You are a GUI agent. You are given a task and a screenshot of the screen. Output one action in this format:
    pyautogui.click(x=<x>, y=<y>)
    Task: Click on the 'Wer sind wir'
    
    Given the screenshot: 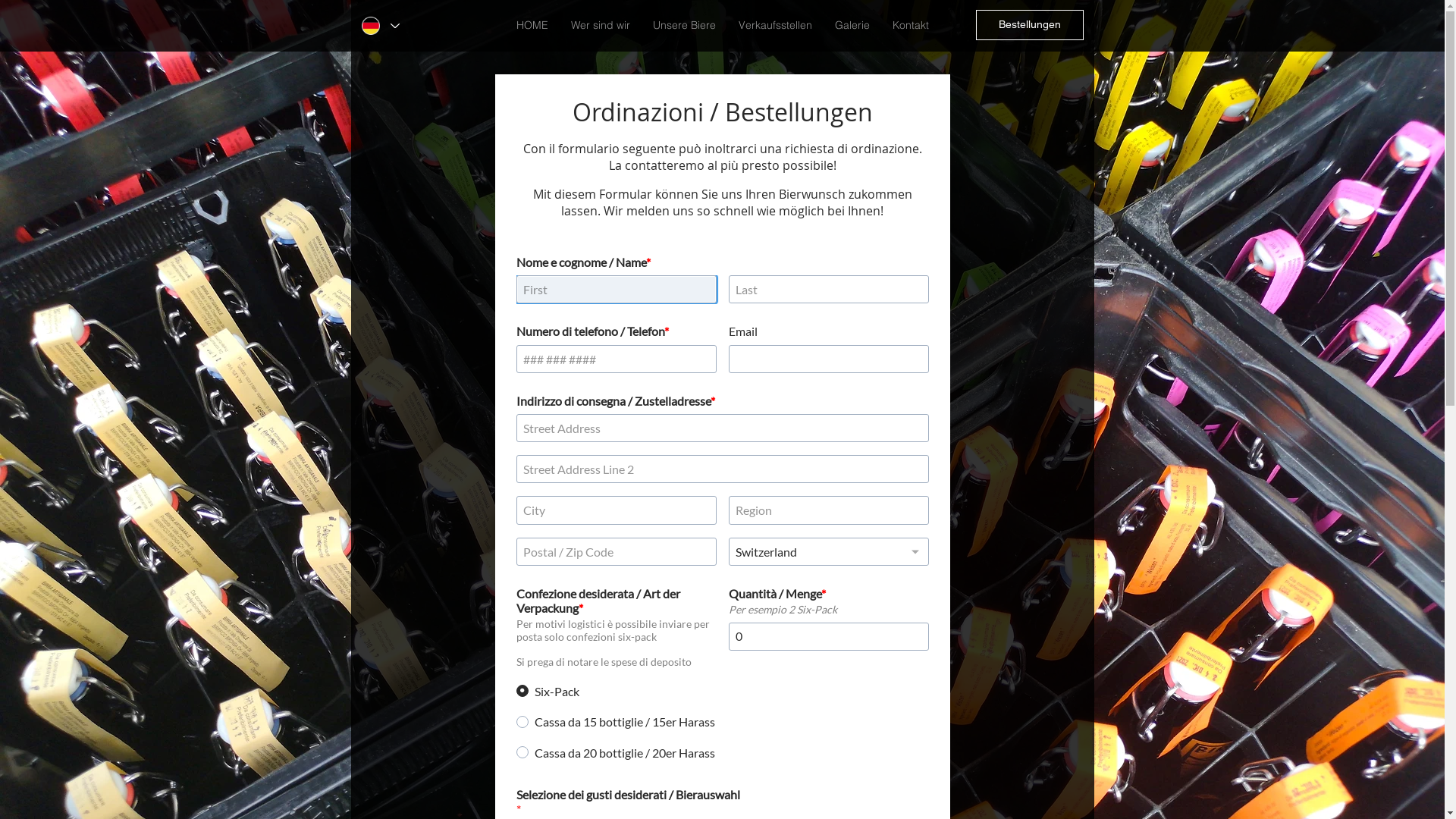 What is the action you would take?
    pyautogui.click(x=600, y=25)
    